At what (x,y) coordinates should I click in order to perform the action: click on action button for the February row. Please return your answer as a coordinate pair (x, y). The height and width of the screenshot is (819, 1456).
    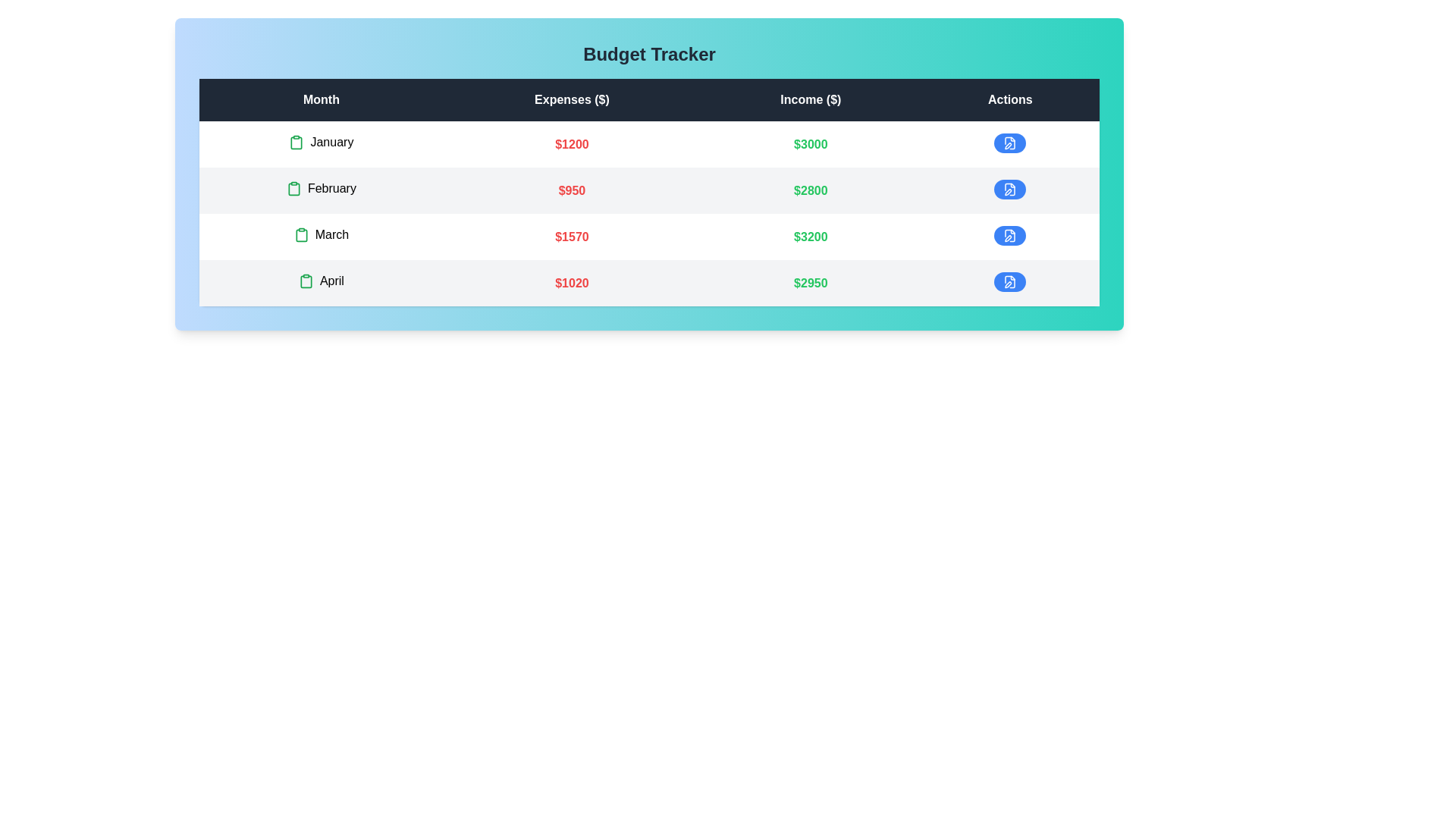
    Looking at the image, I should click on (1009, 189).